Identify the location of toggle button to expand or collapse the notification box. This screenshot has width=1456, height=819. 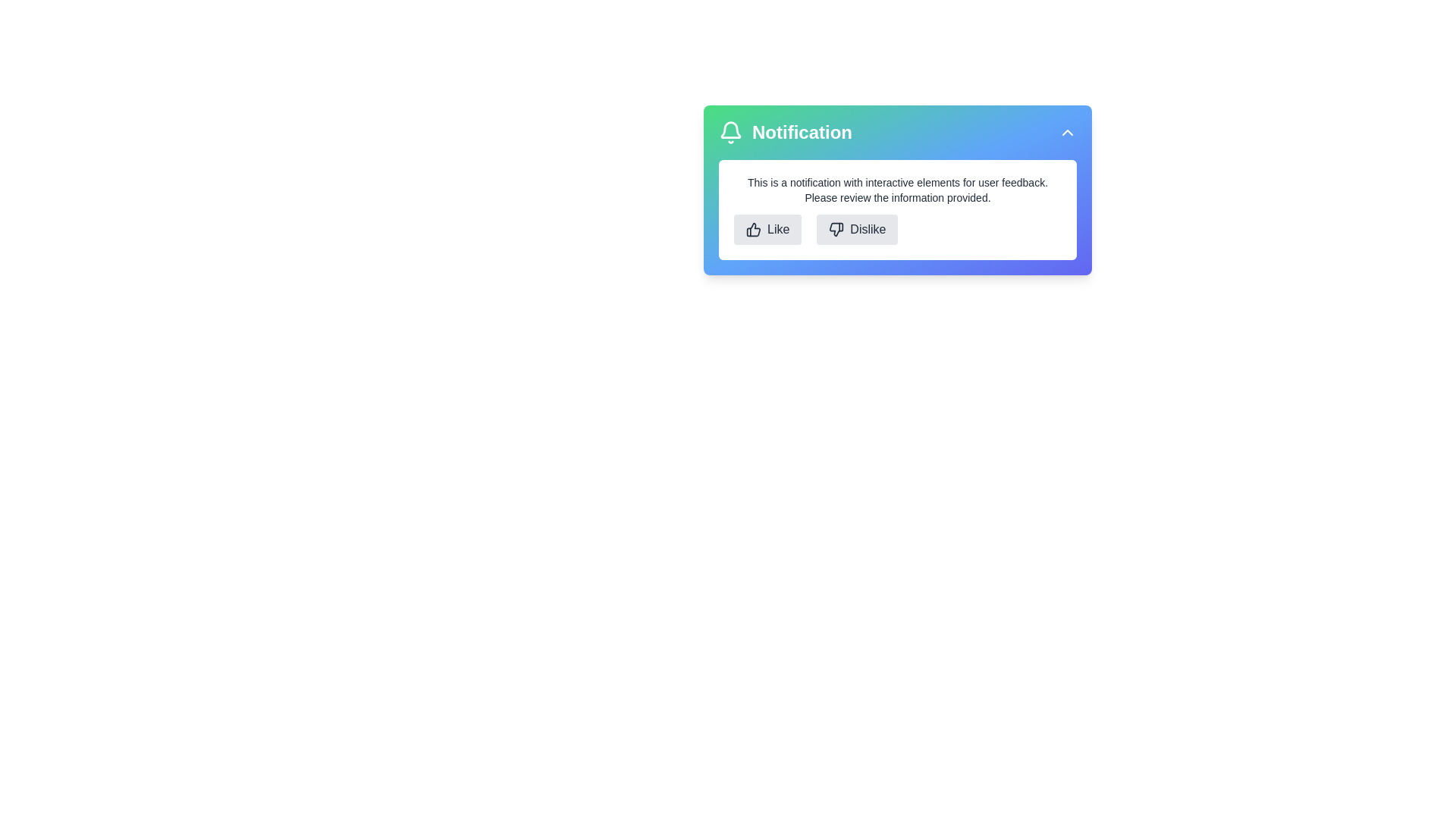
(1066, 131).